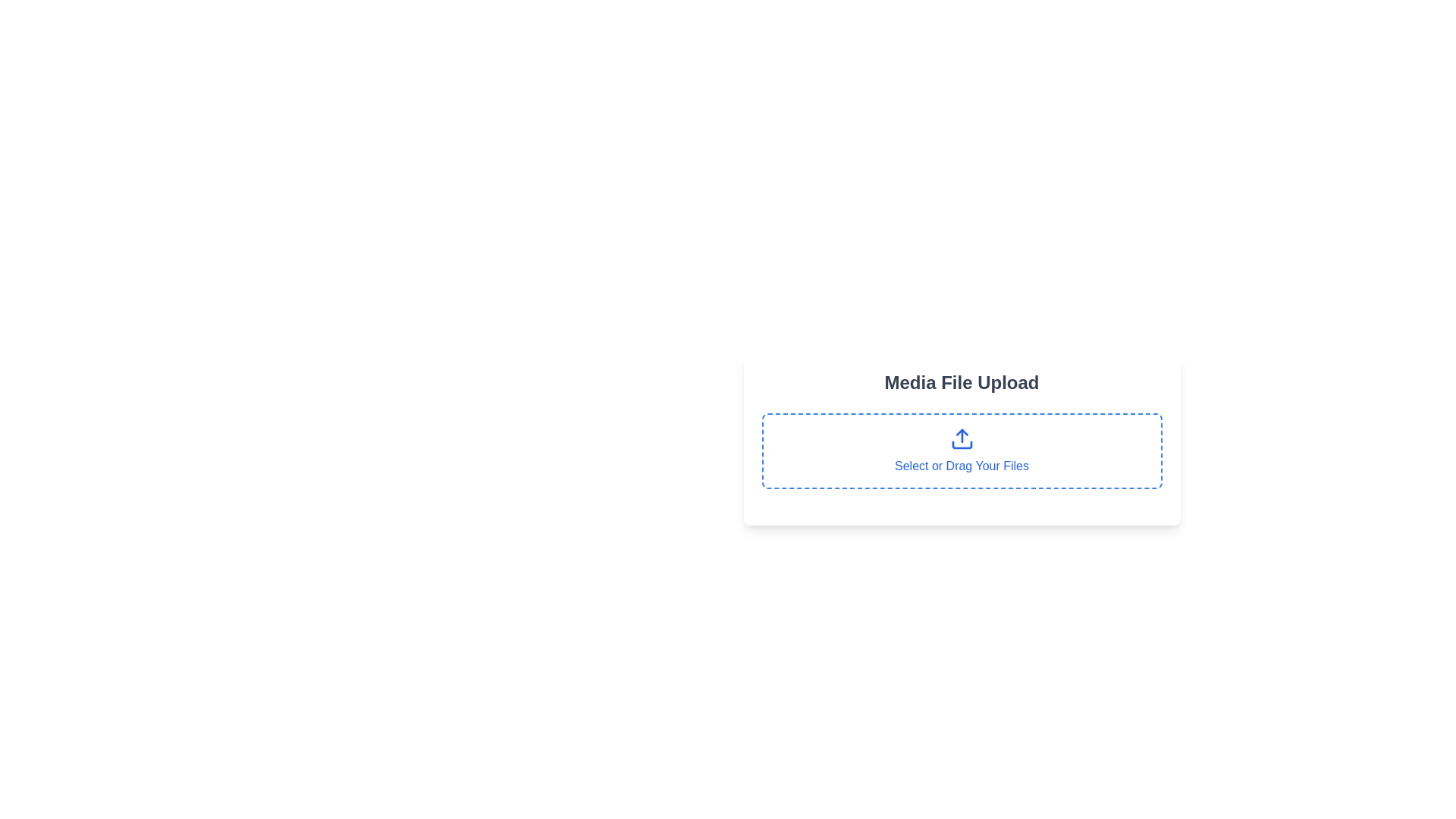 The width and height of the screenshot is (1456, 819). I want to click on the header text indicating the purpose of the file upload interface, which is positioned above the dashed blue box labeled 'Select or Drag Your Files', so click(961, 382).